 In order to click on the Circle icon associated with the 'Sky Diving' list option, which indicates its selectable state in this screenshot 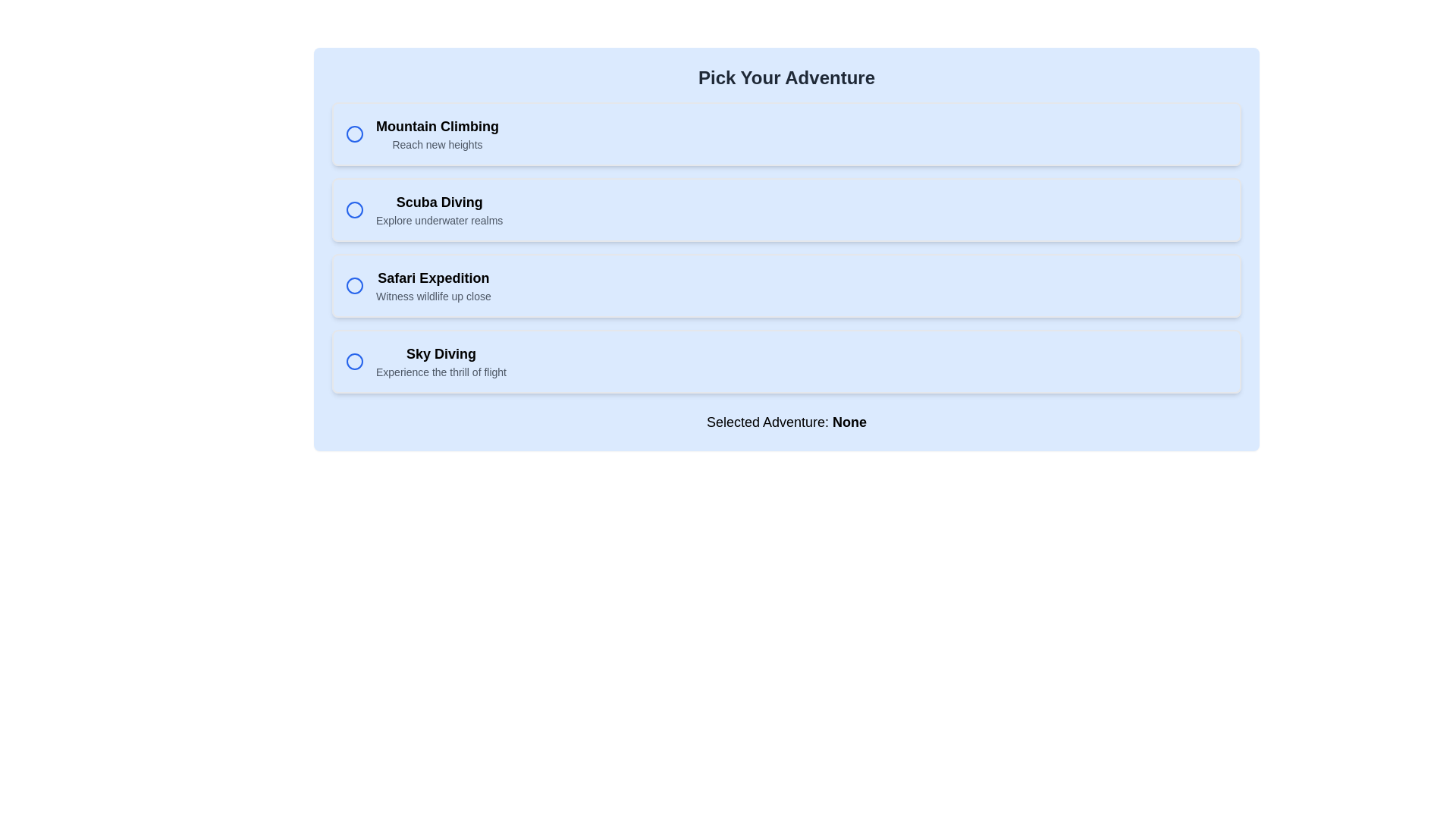, I will do `click(353, 362)`.